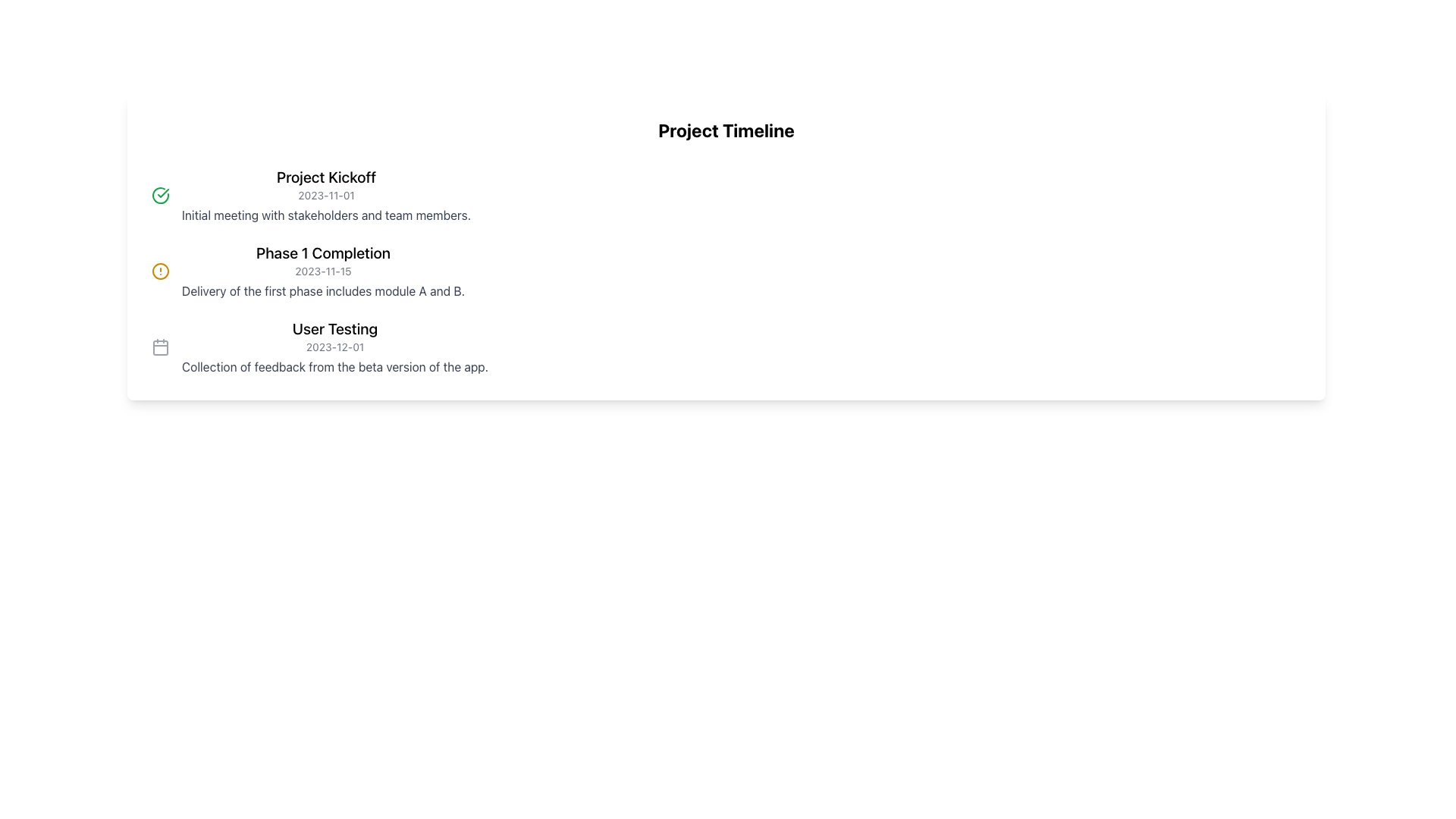 This screenshot has width=1456, height=819. Describe the element at coordinates (160, 347) in the screenshot. I see `the small calendar icon located to the left of the text 'User Testing', which is styled in muted gray with a grid-like structure` at that location.